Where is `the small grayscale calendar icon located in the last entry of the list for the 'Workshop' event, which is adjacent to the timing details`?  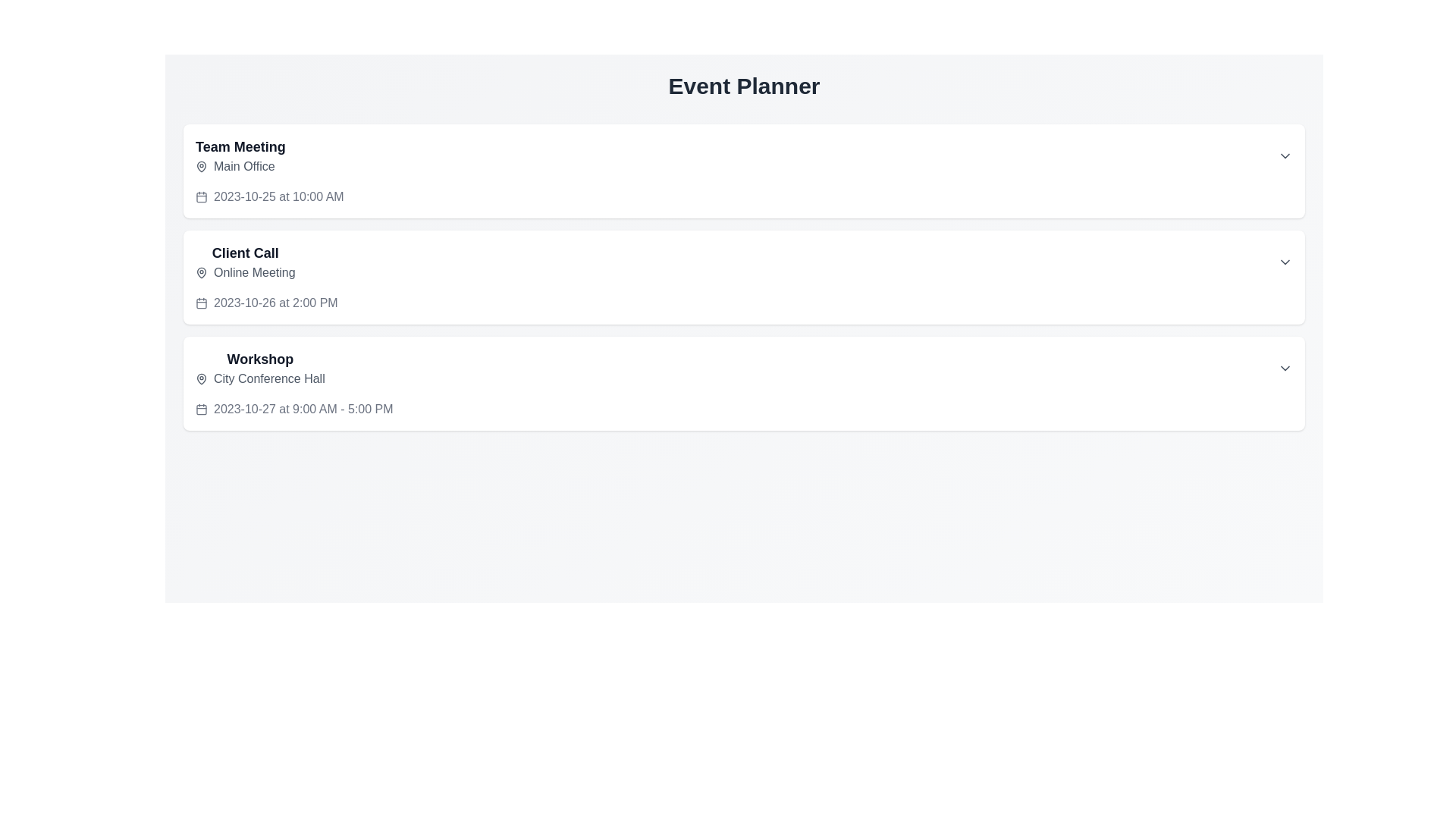 the small grayscale calendar icon located in the last entry of the list for the 'Workshop' event, which is adjacent to the timing details is located at coordinates (200, 409).